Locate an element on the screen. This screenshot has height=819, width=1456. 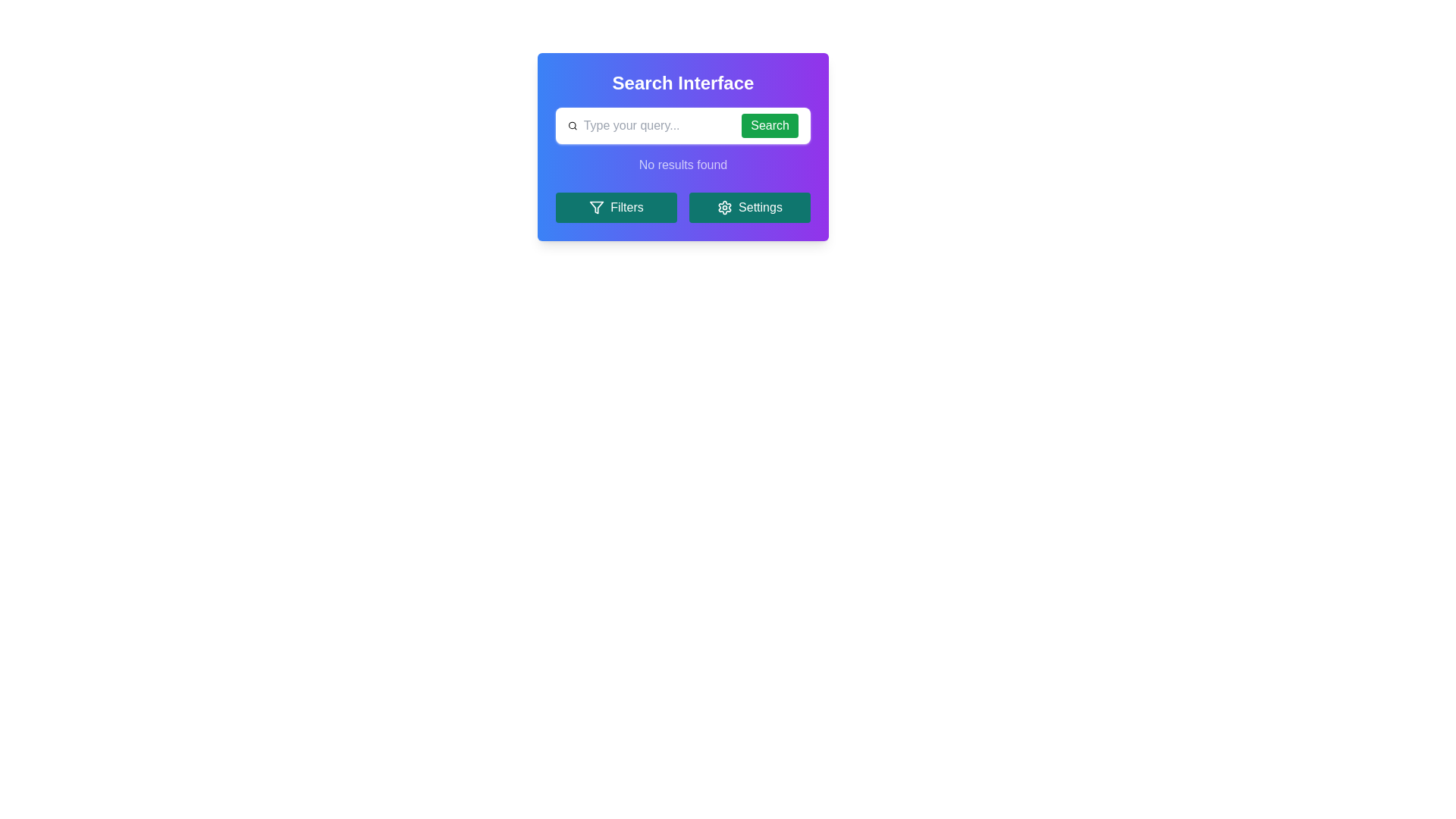
the filter icon, shaped like an inverted triangle, located on the teal 'Filters' button is located at coordinates (596, 207).